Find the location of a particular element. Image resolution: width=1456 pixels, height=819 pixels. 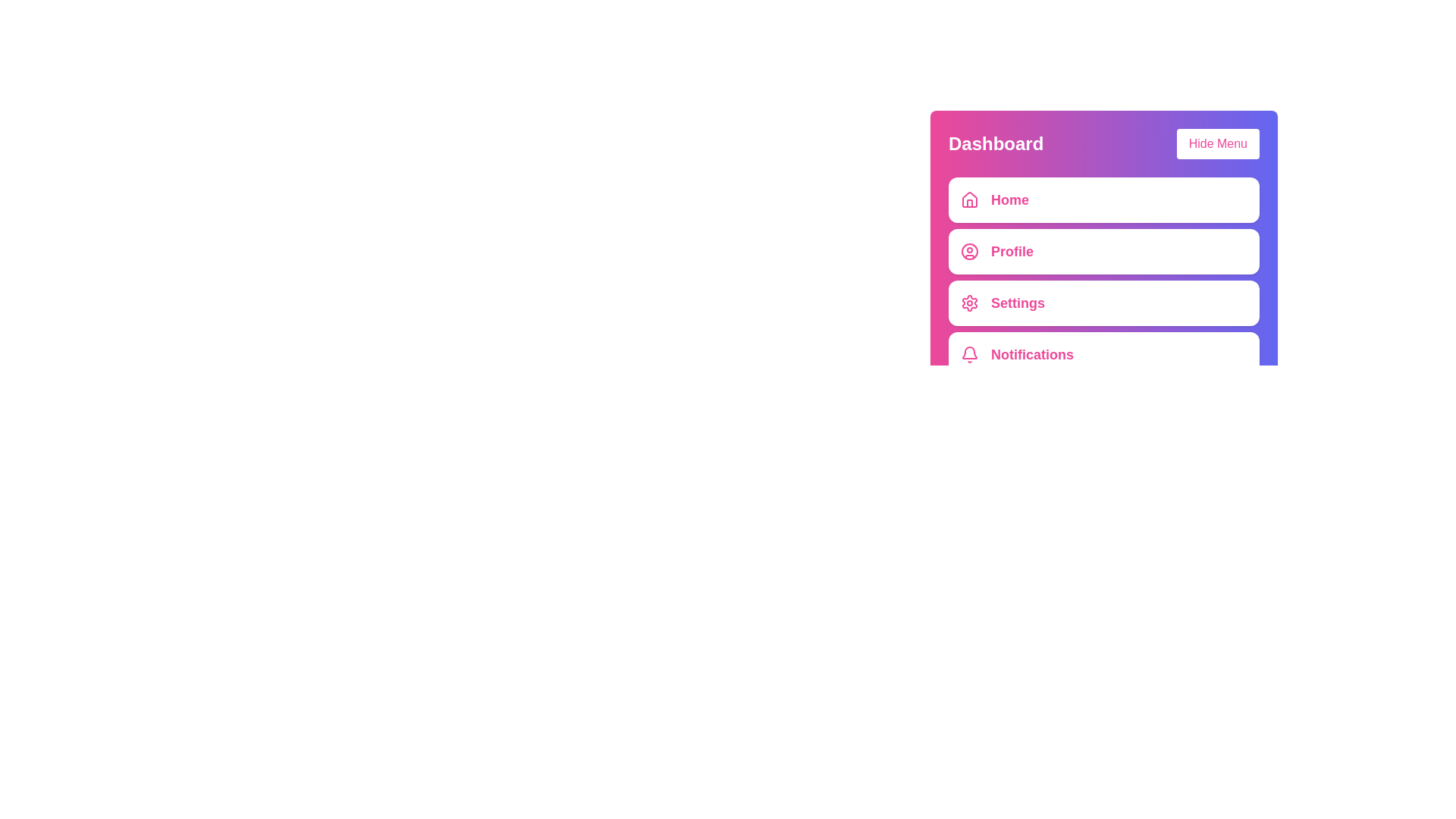

the title text 'Dashboard' is located at coordinates (996, 143).